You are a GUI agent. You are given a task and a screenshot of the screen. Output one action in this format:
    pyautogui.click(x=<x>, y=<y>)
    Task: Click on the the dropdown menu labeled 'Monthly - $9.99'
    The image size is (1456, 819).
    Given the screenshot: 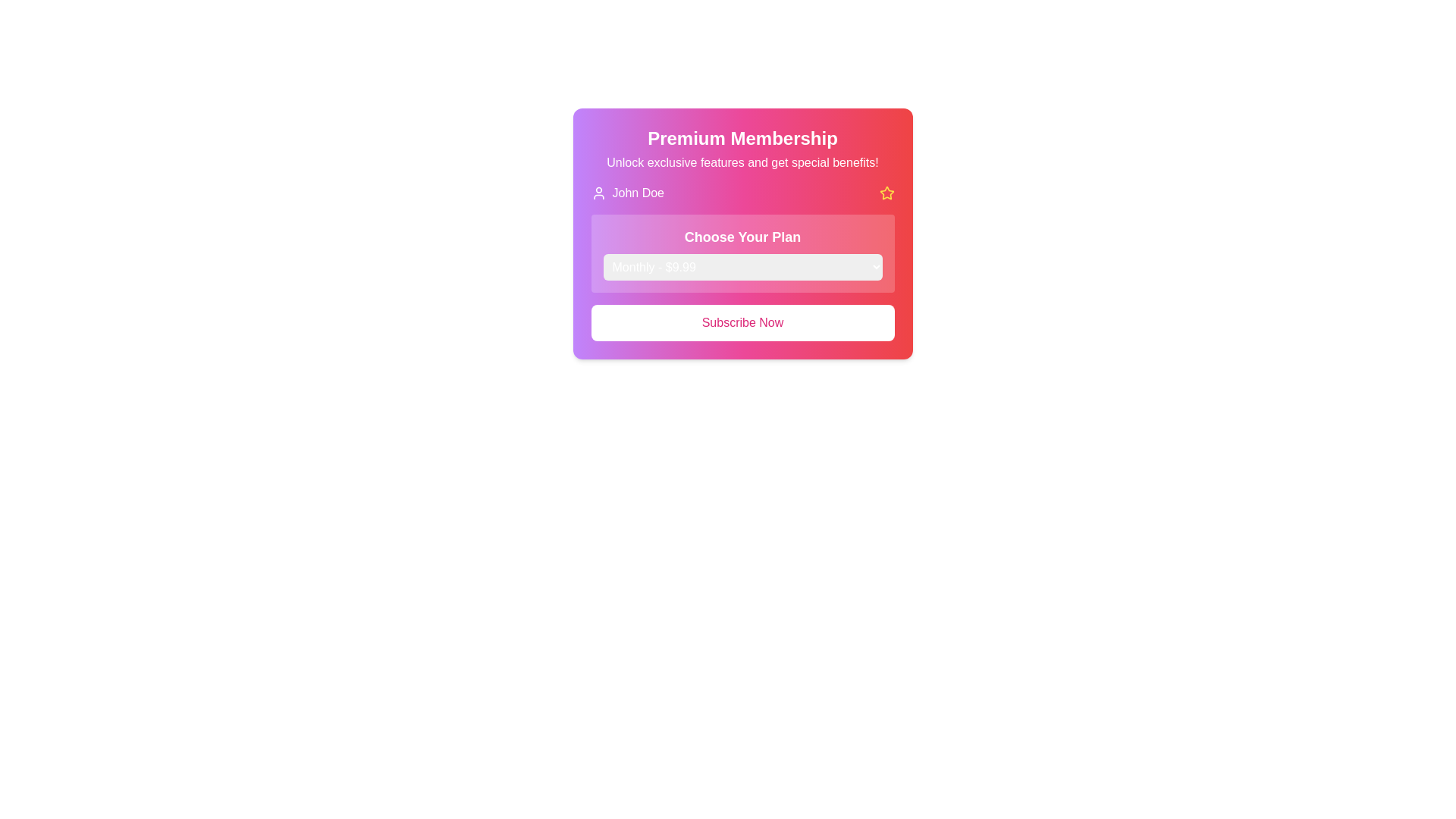 What is the action you would take?
    pyautogui.click(x=742, y=266)
    